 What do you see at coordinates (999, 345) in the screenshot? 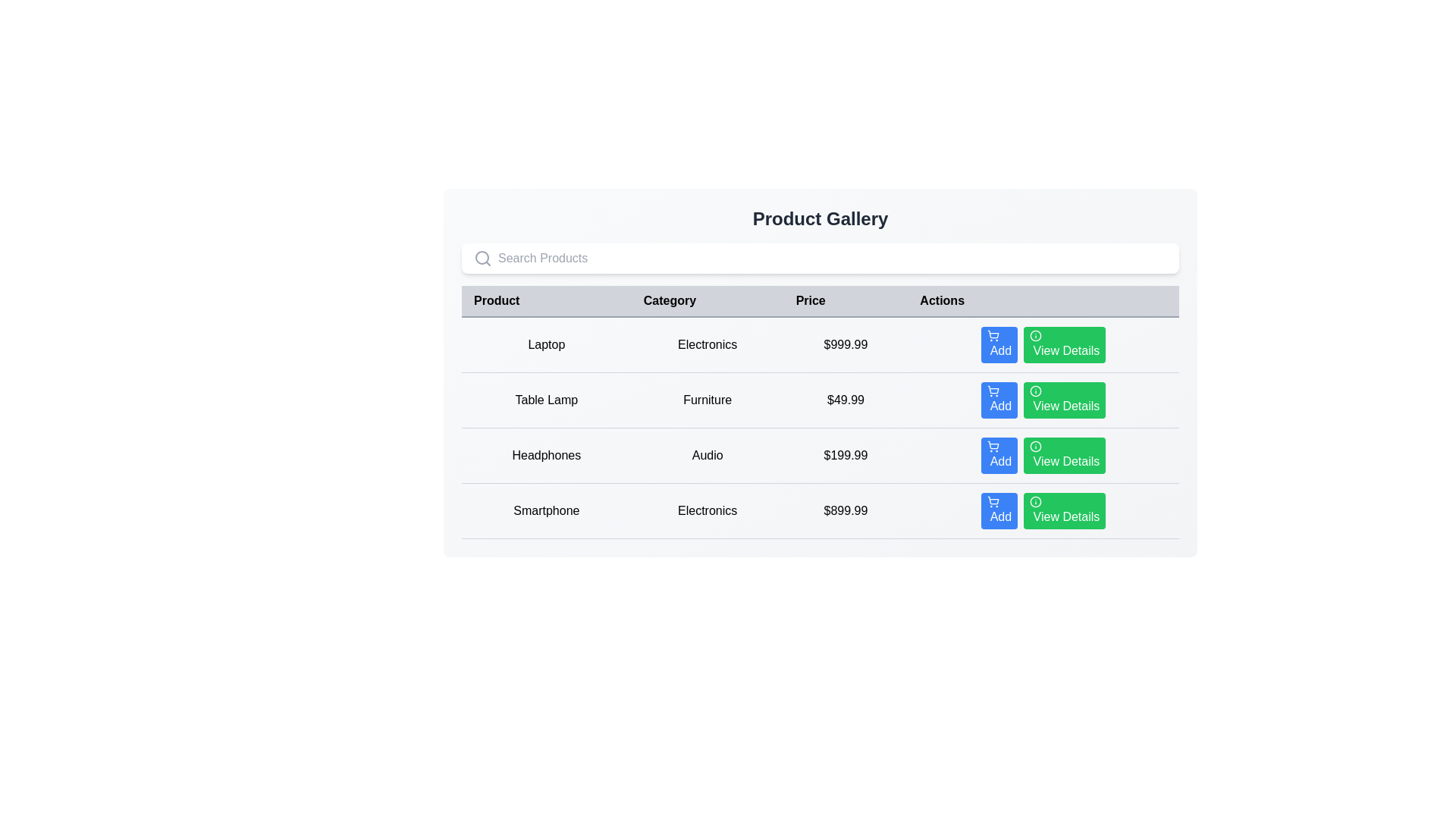
I see `the square blue button labeled 'Add' with a shopping cart icon` at bounding box center [999, 345].